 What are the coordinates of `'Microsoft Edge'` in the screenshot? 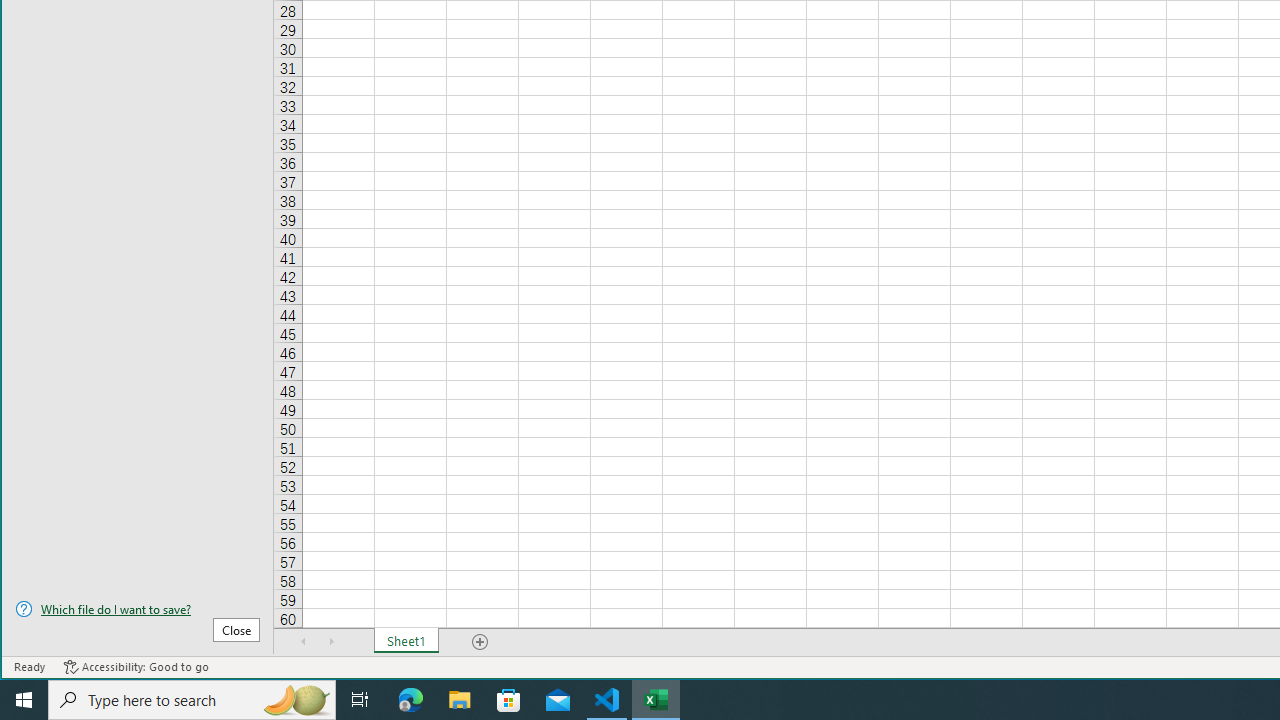 It's located at (410, 698).